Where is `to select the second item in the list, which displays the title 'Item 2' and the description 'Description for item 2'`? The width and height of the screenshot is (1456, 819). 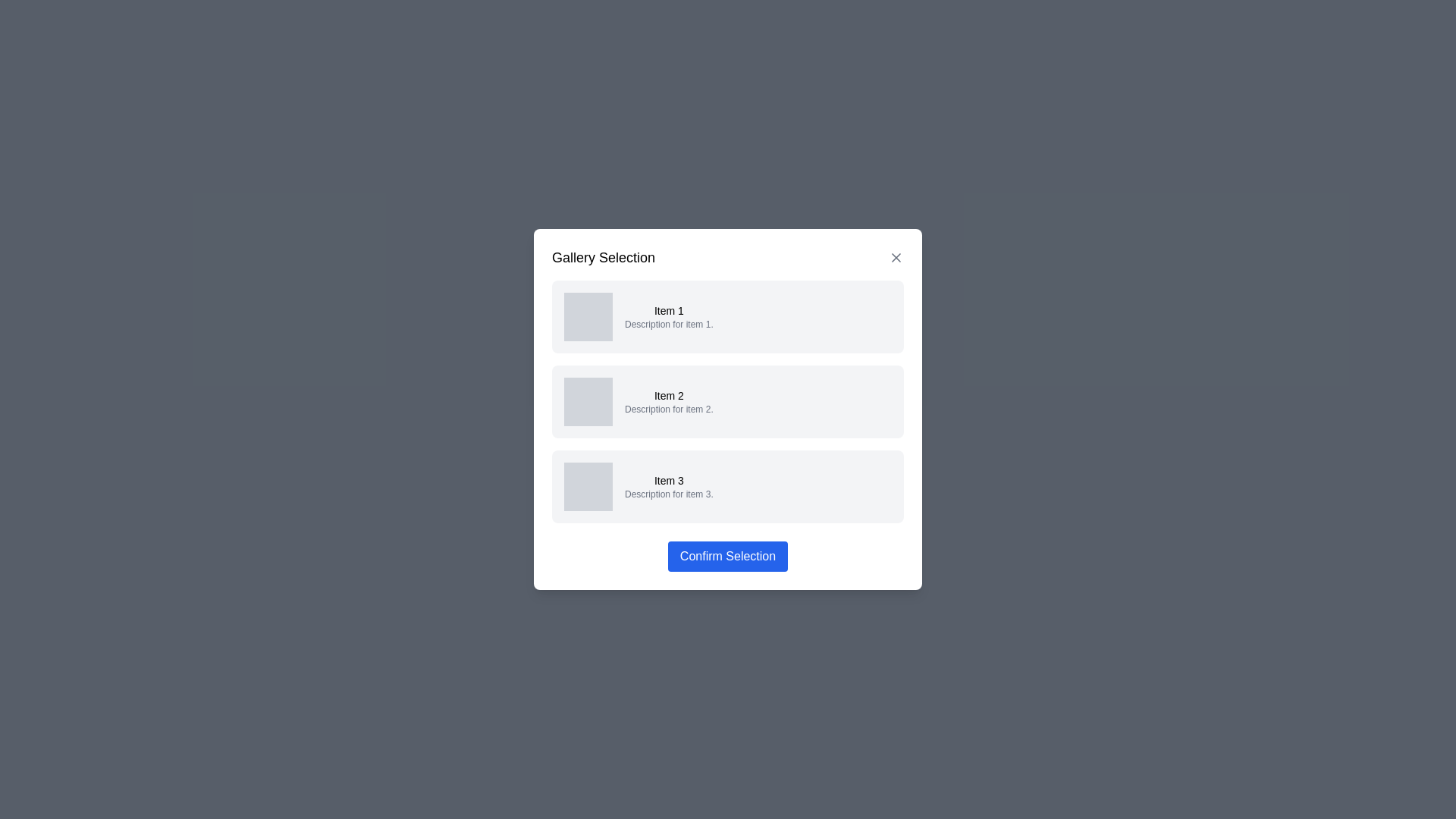
to select the second item in the list, which displays the title 'Item 2' and the description 'Description for item 2' is located at coordinates (728, 409).